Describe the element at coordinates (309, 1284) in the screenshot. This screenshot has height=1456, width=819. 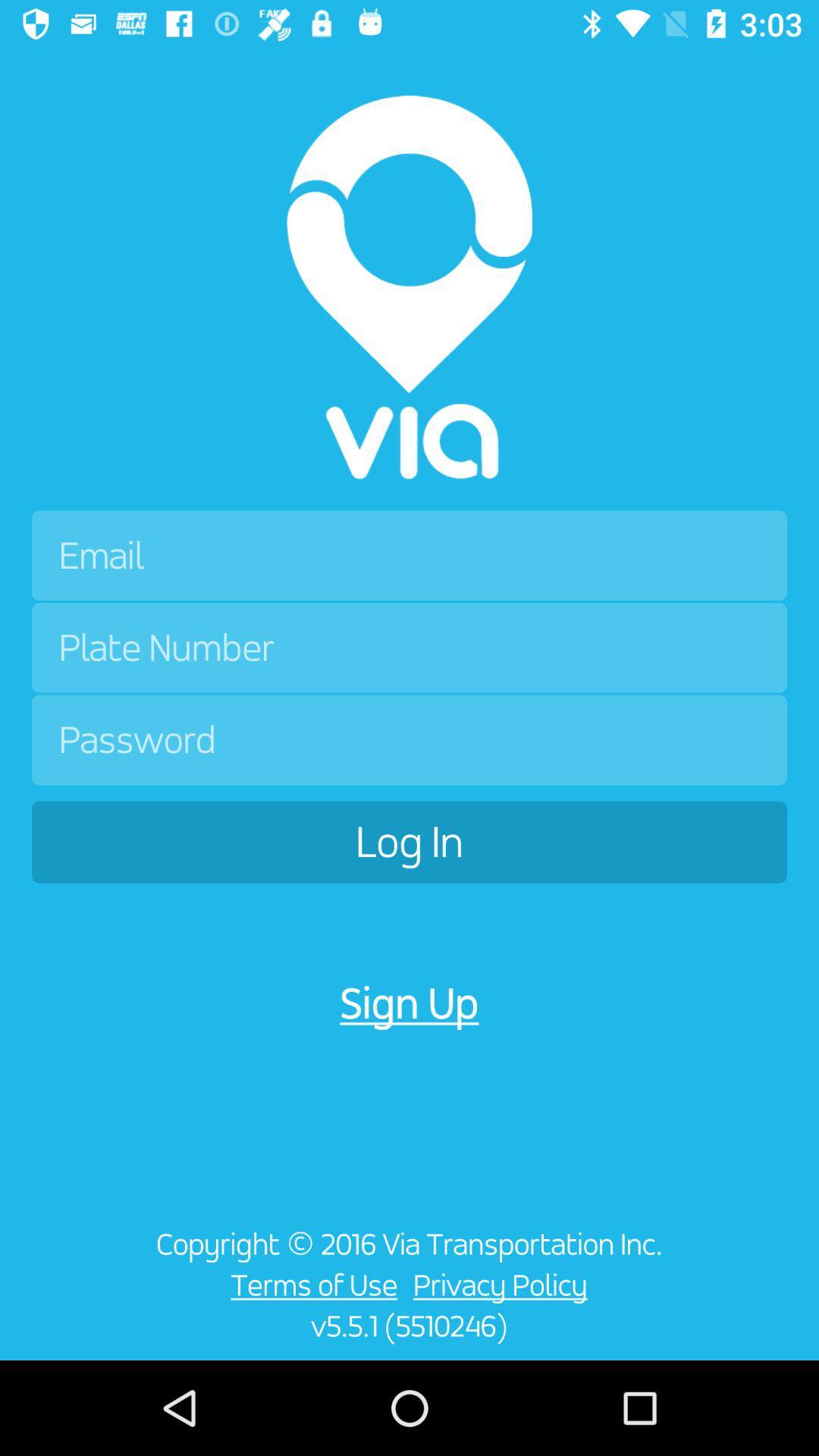
I see `the icon to the left of privacy policy icon` at that location.